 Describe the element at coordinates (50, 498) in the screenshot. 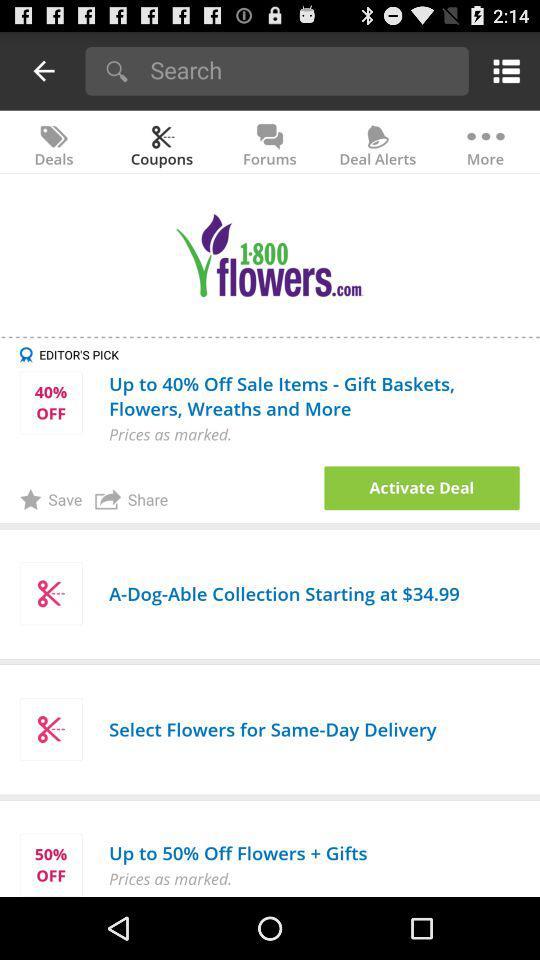

I see `item to the left of the share item` at that location.